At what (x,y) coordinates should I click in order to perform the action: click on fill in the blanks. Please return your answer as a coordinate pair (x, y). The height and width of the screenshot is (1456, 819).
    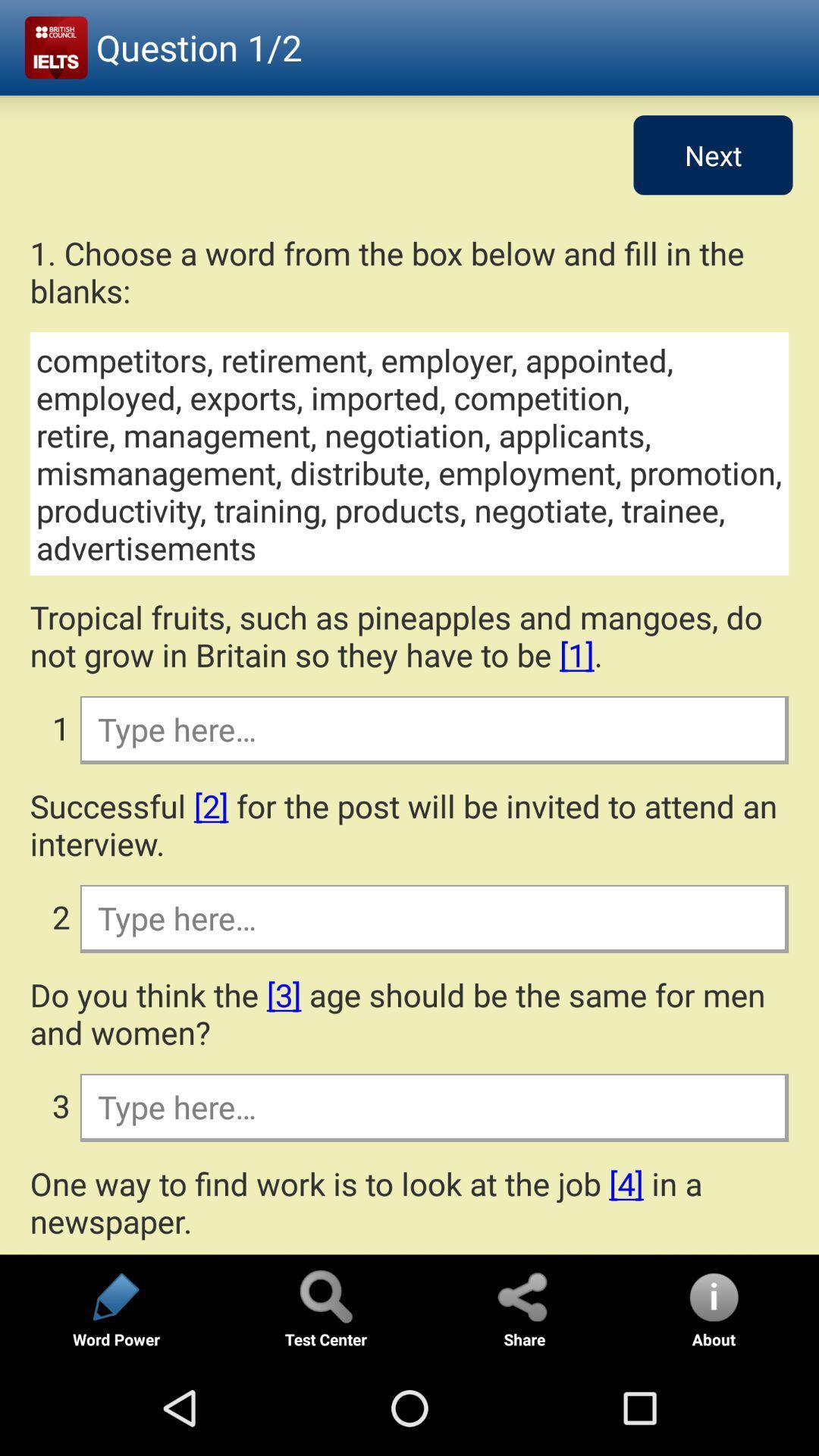
    Looking at the image, I should click on (433, 917).